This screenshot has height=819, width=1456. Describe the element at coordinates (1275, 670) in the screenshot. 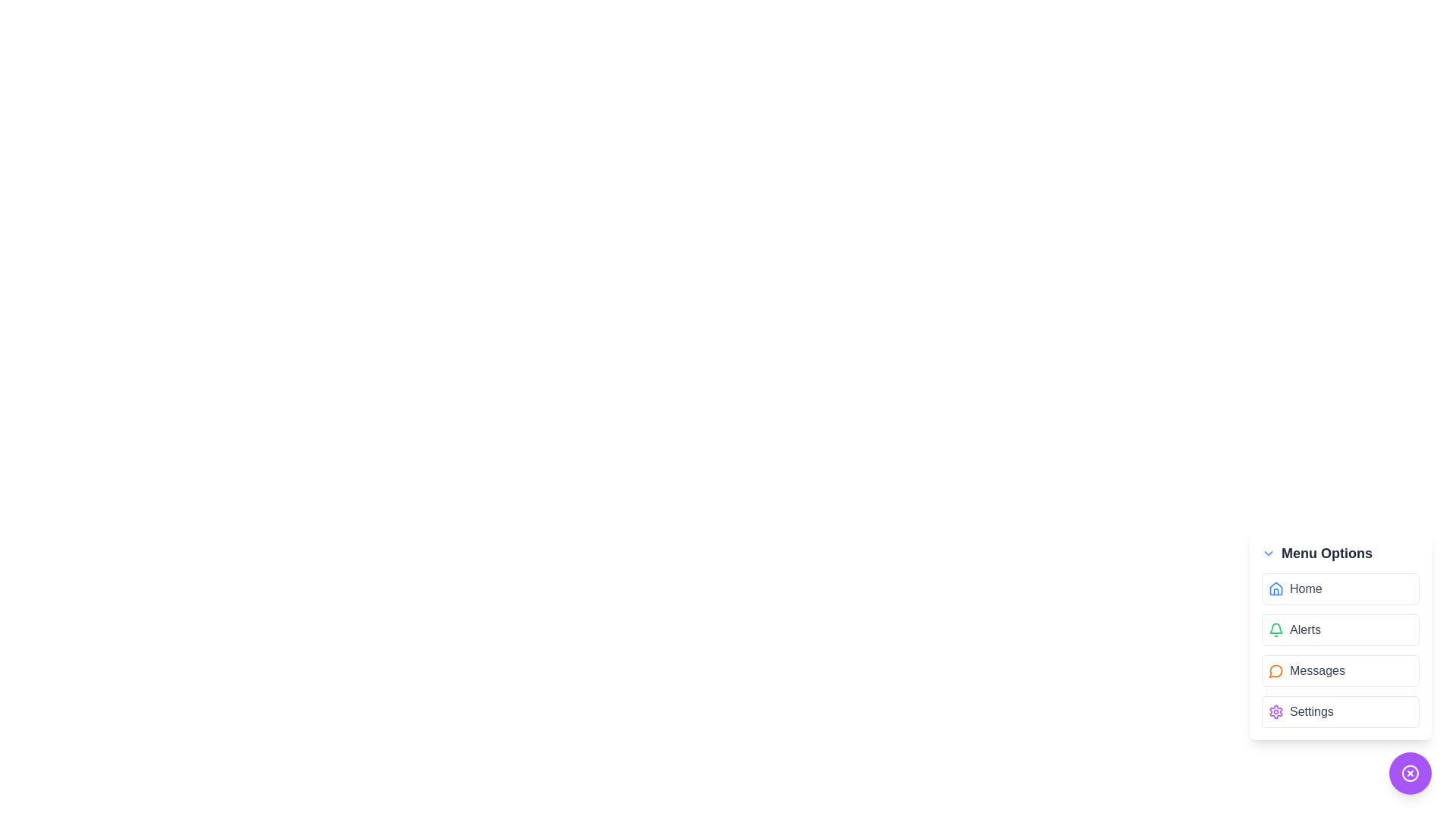

I see `the orange speech bubble icon located in the 'Messages' menu option, which is the third item in the vertical 'Menu Options'` at that location.